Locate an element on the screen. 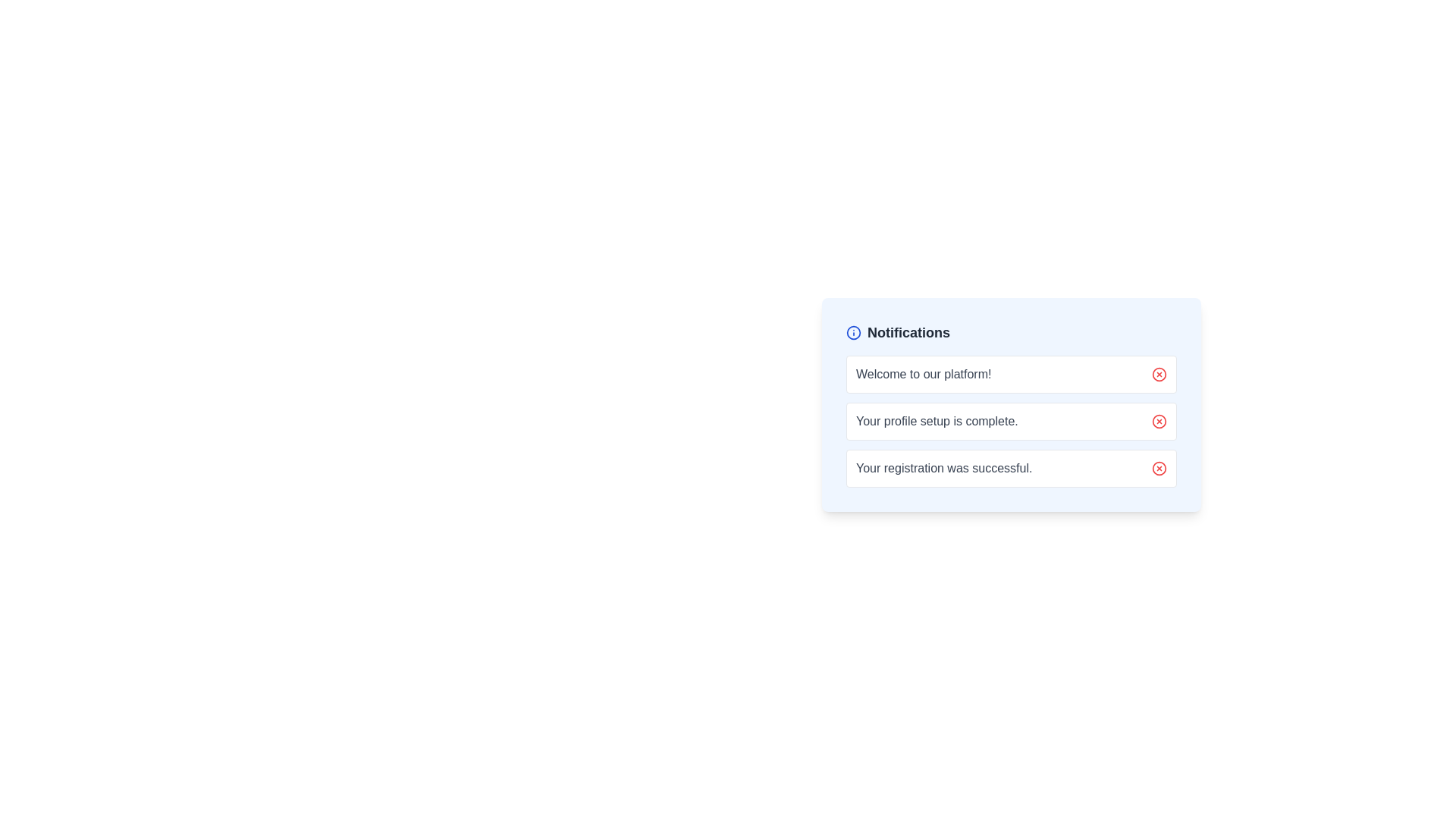 The width and height of the screenshot is (1456, 819). the informational icon located to the left of the 'Notifications' heading is located at coordinates (854, 332).